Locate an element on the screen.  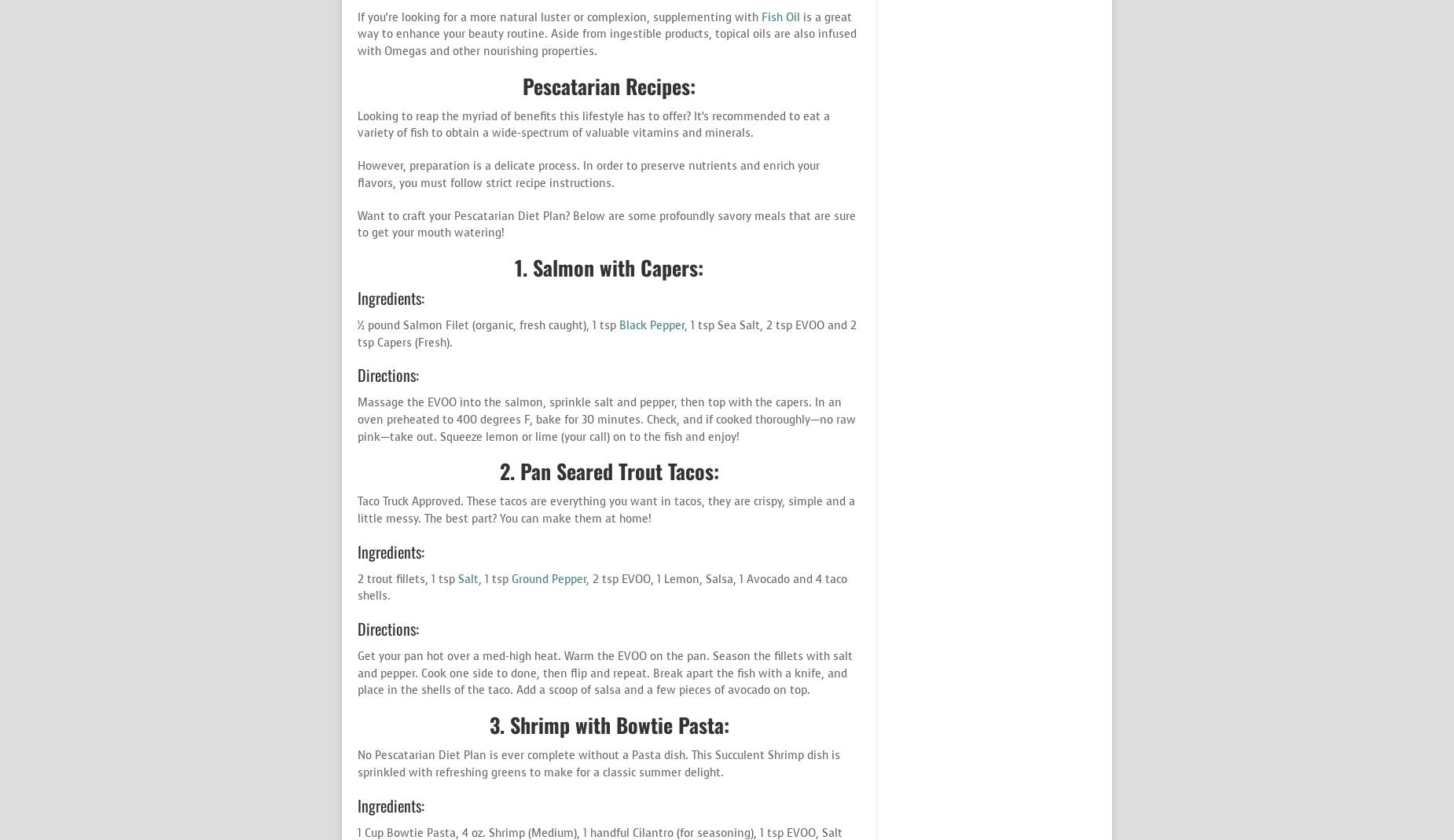
'Ground Pepper' is located at coordinates (549, 578).